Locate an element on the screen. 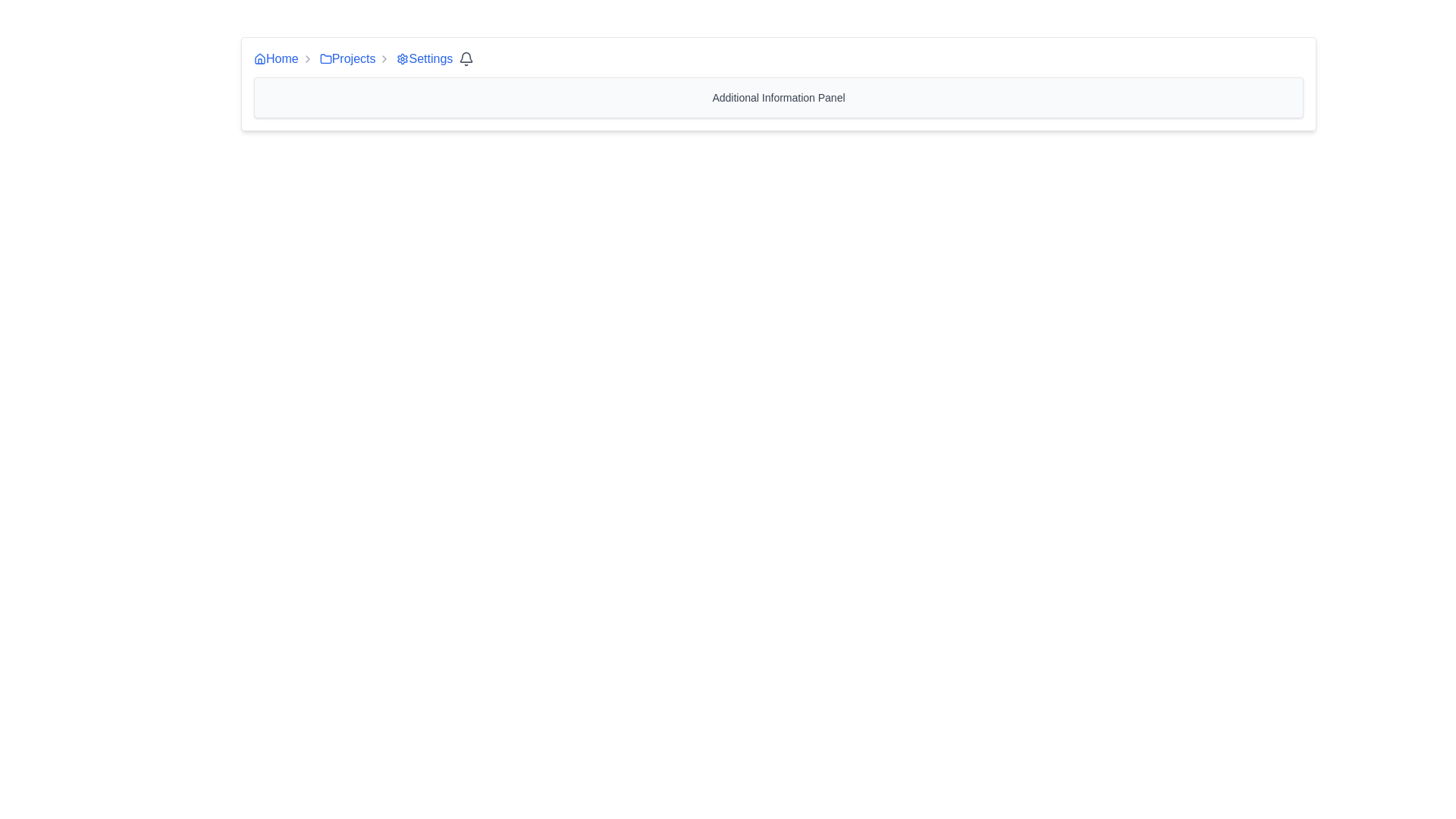  the 'Projects' text link in the breadcrumb navigation bar is located at coordinates (353, 58).